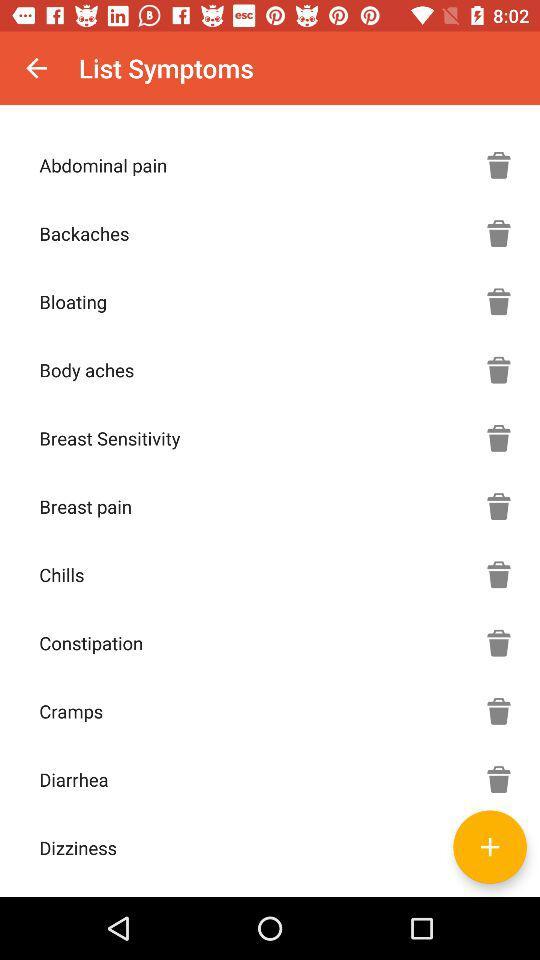 This screenshot has height=960, width=540. I want to click on delete symptom, so click(498, 711).